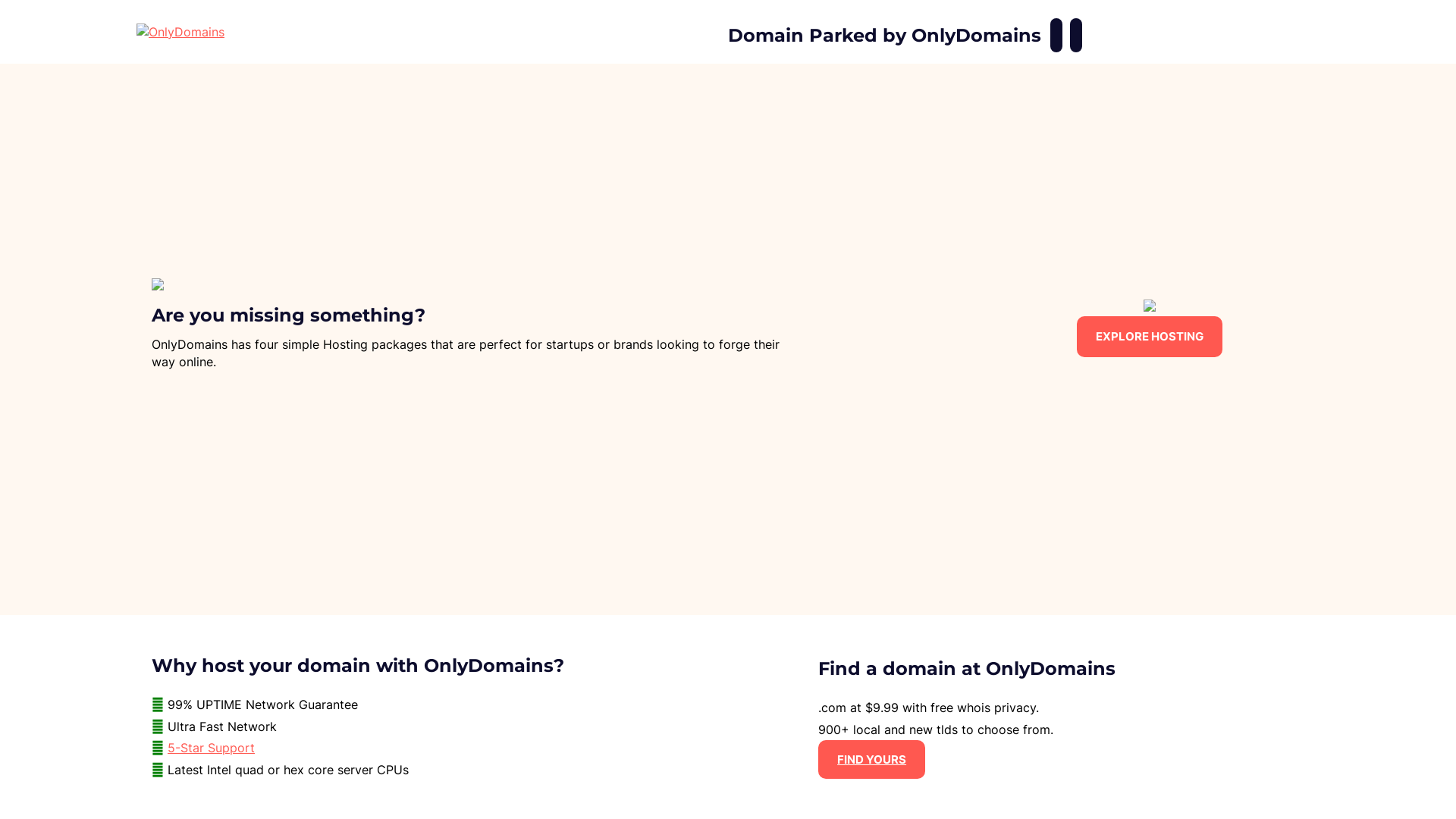 This screenshot has width=1456, height=819. I want to click on 'EXPLORE HOSTING', so click(1150, 335).